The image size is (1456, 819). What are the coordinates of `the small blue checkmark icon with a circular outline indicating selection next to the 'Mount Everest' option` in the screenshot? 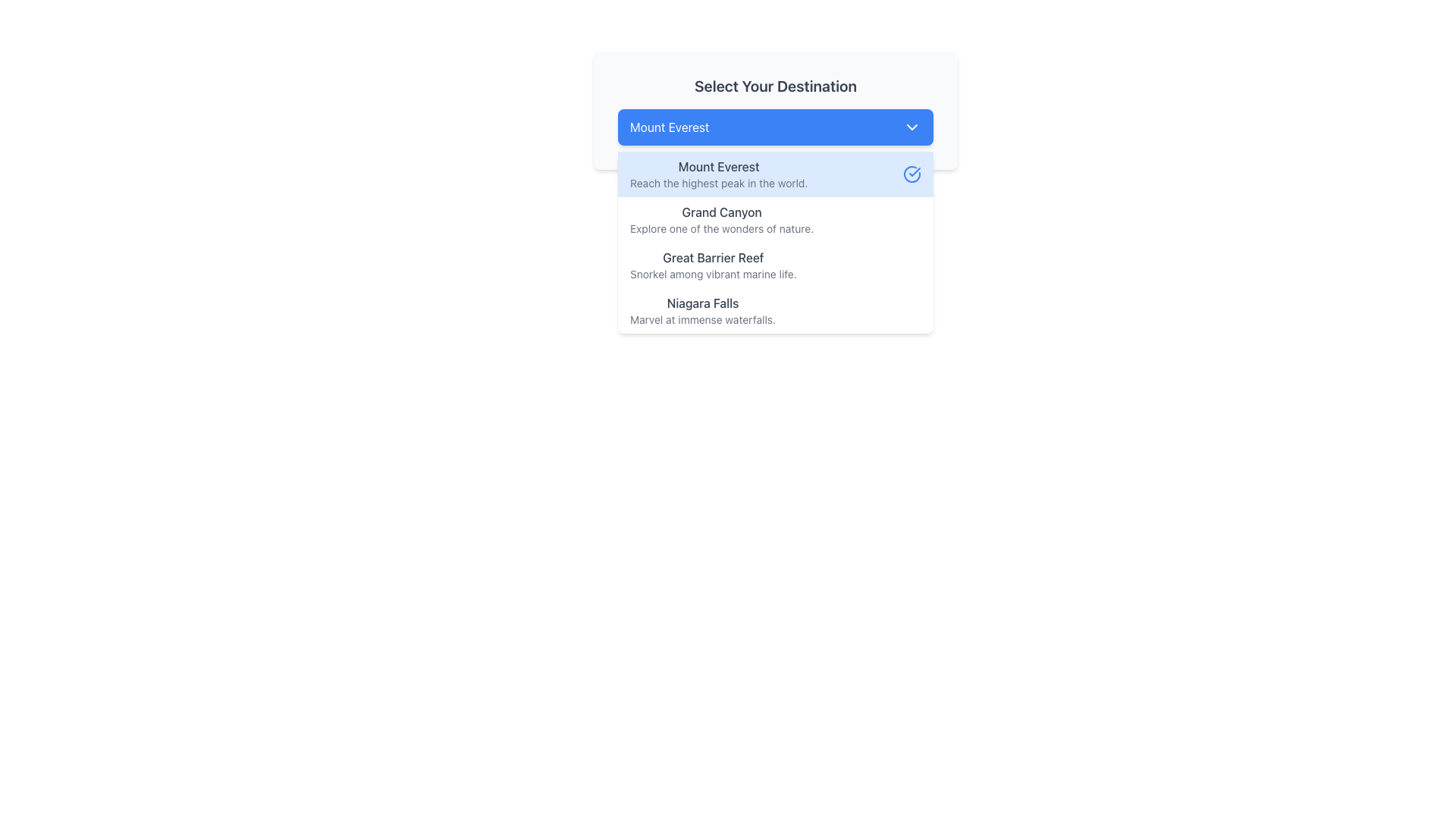 It's located at (914, 171).